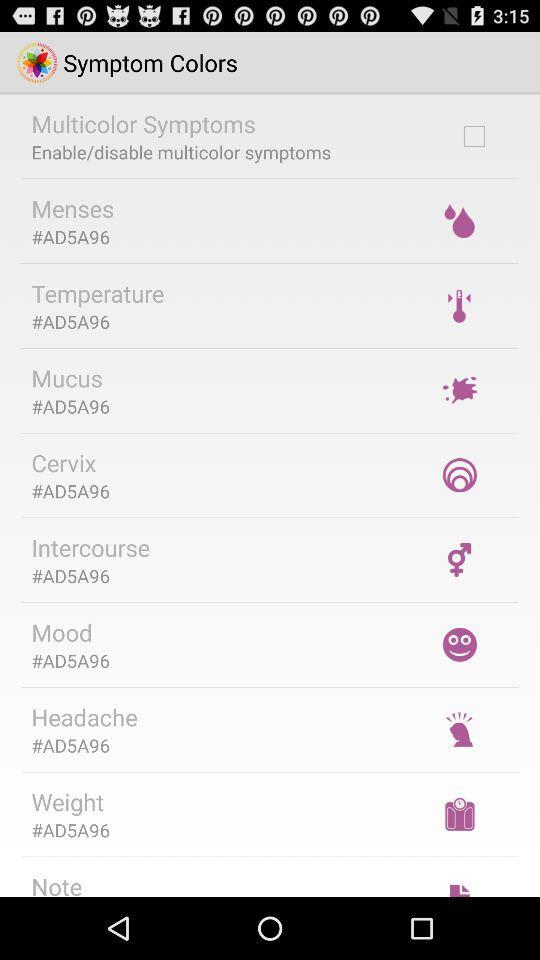  Describe the element at coordinates (473, 135) in the screenshot. I see `item to the right of enable disable multicolor app` at that location.